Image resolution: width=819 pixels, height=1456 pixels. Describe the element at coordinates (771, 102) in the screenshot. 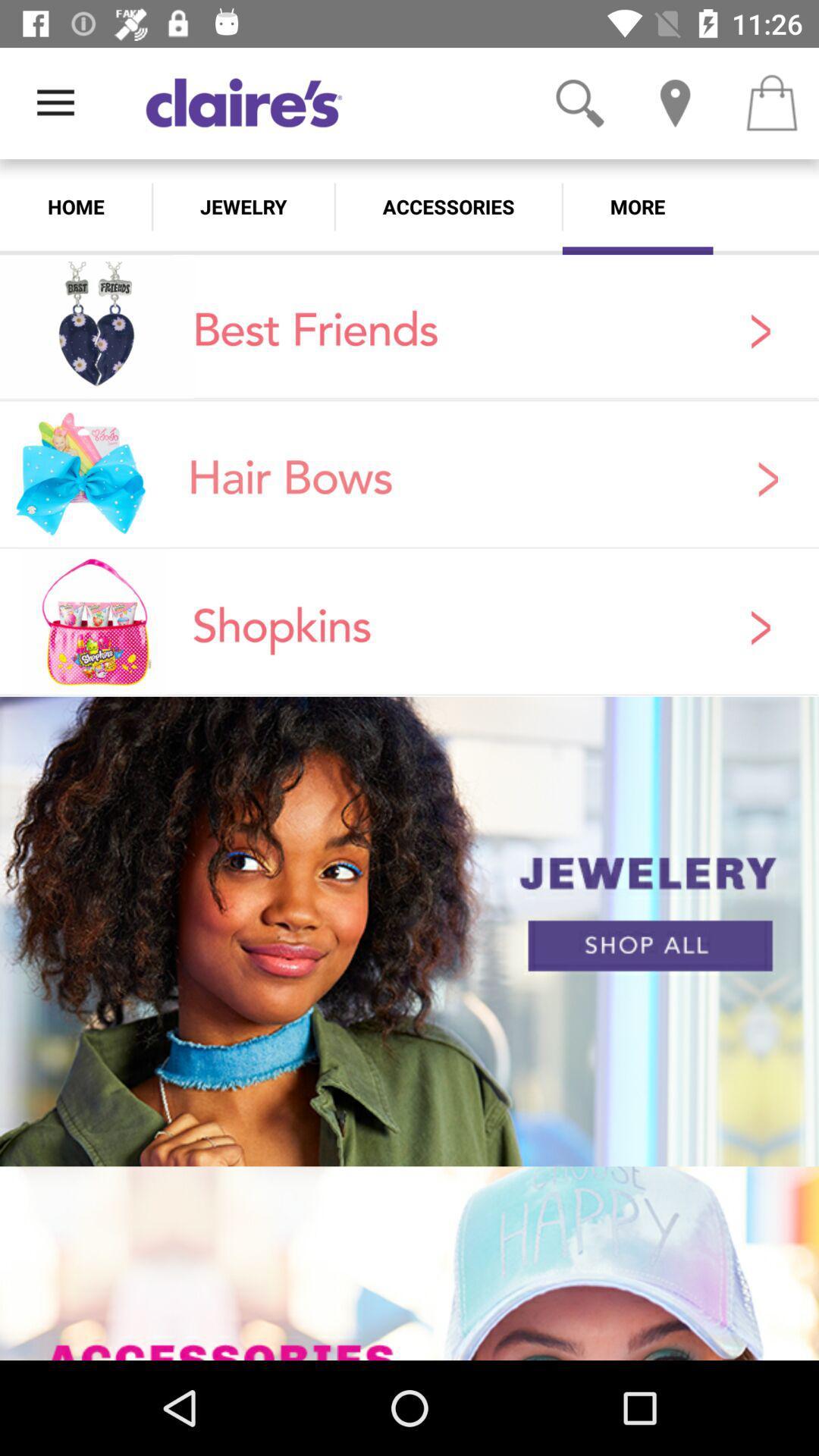

I see `look at shopping cart` at that location.